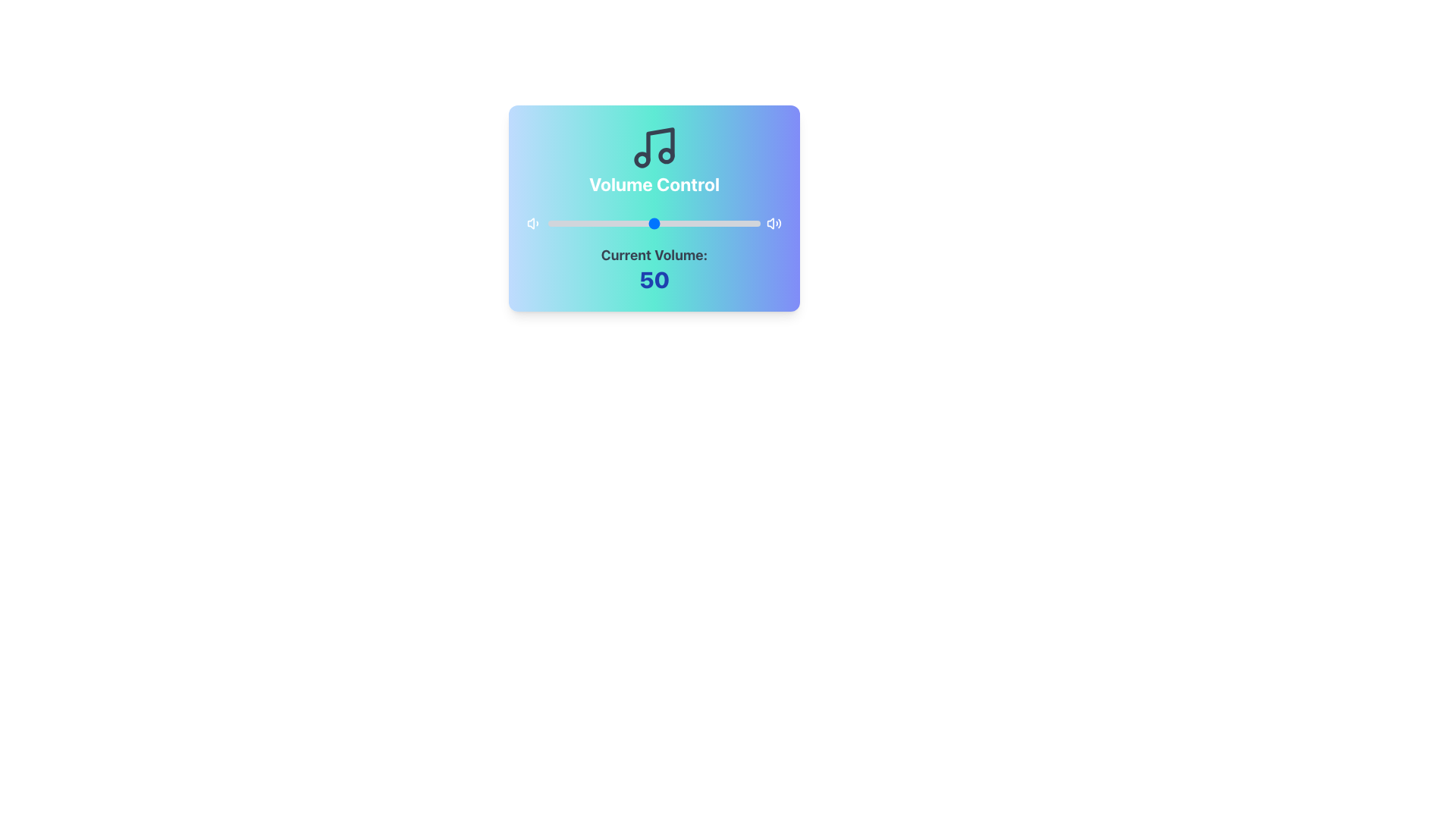 This screenshot has height=819, width=1456. What do you see at coordinates (774, 223) in the screenshot?
I see `the two-wave speaker volume icon located at the far-right end of the volume control interface within the blue and gradient-themed UI card` at bounding box center [774, 223].